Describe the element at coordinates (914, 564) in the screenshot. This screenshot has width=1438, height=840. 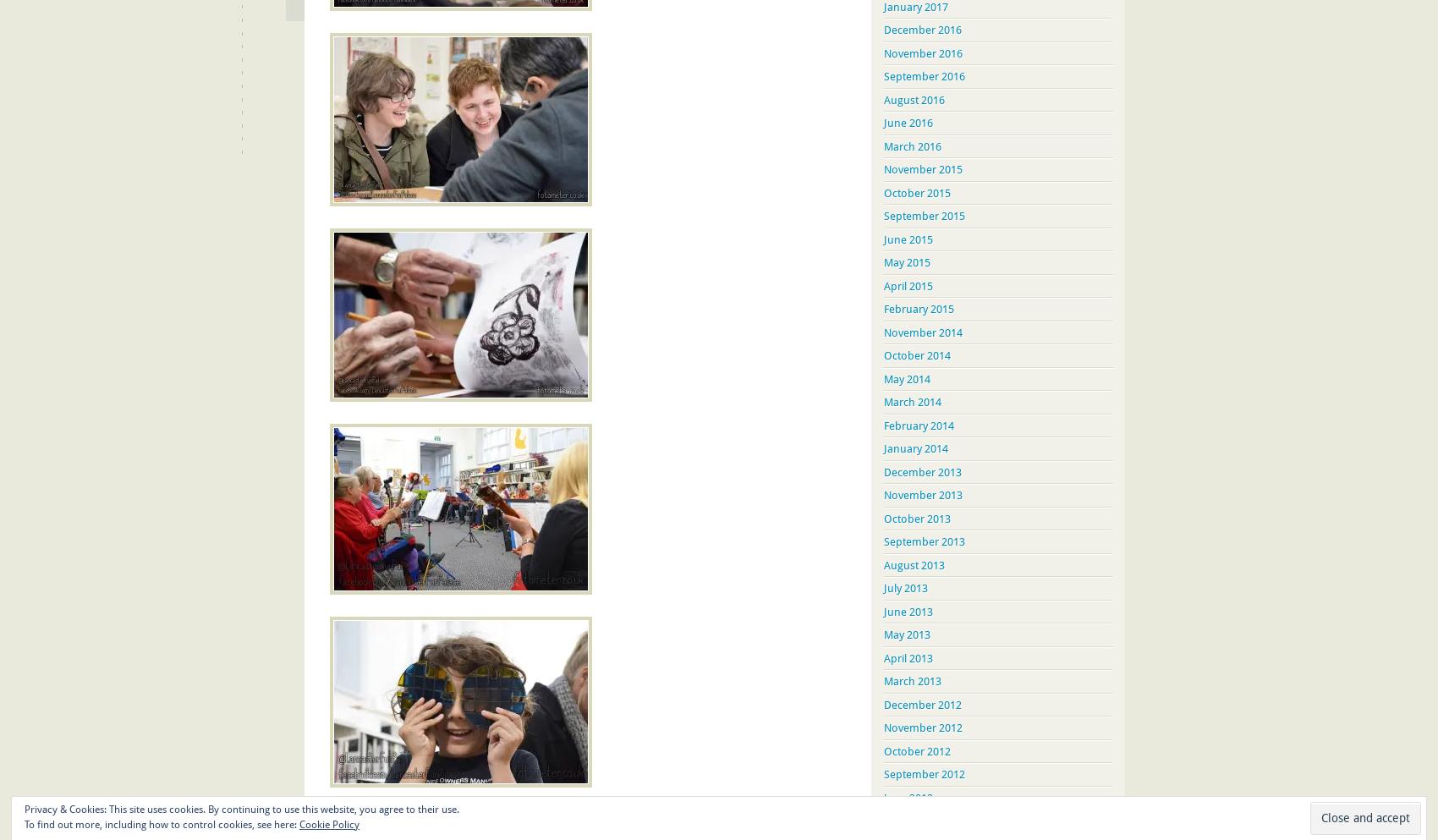
I see `'August 2013'` at that location.